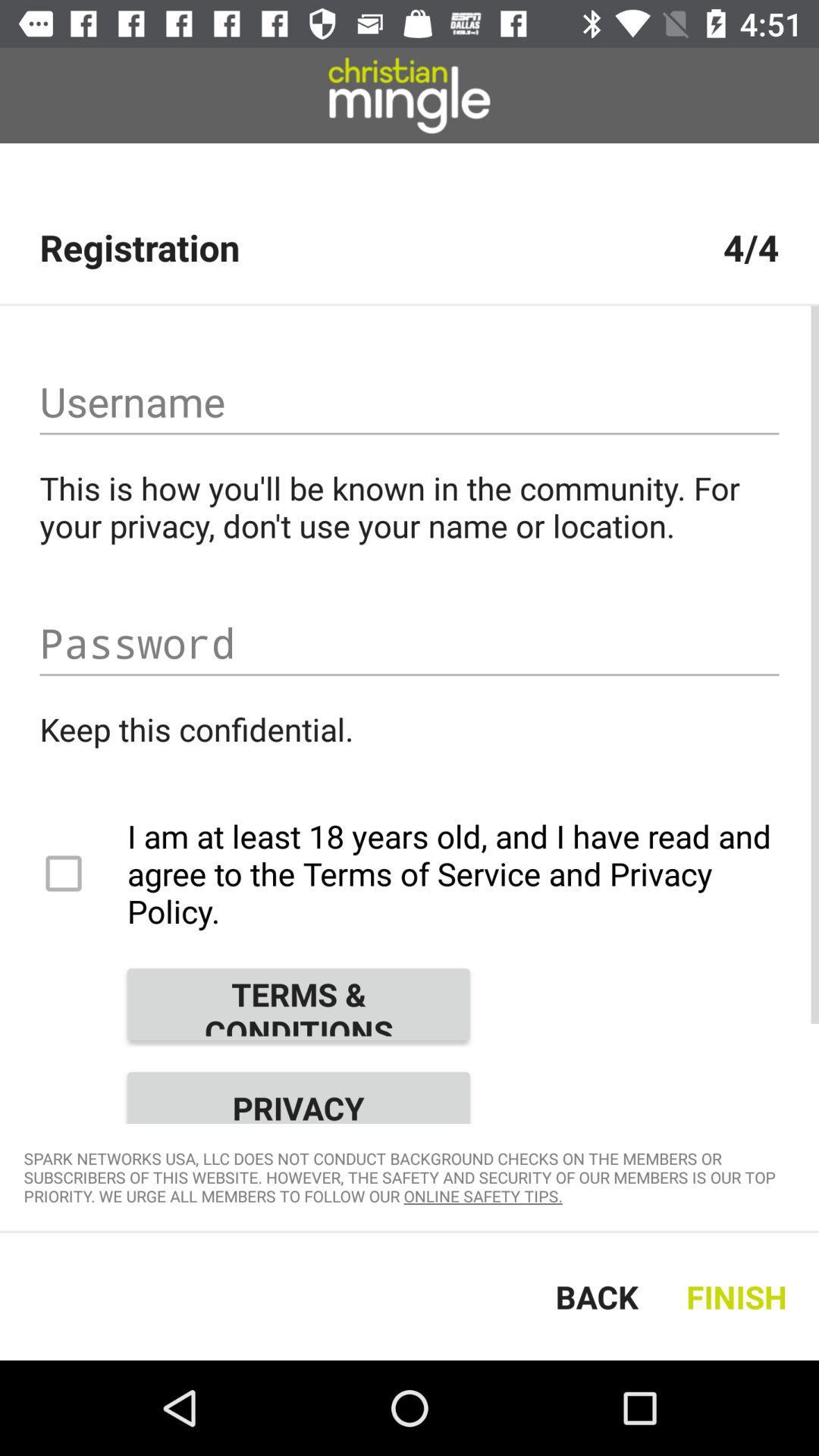 The height and width of the screenshot is (1456, 819). Describe the element at coordinates (409, 643) in the screenshot. I see `password text box` at that location.